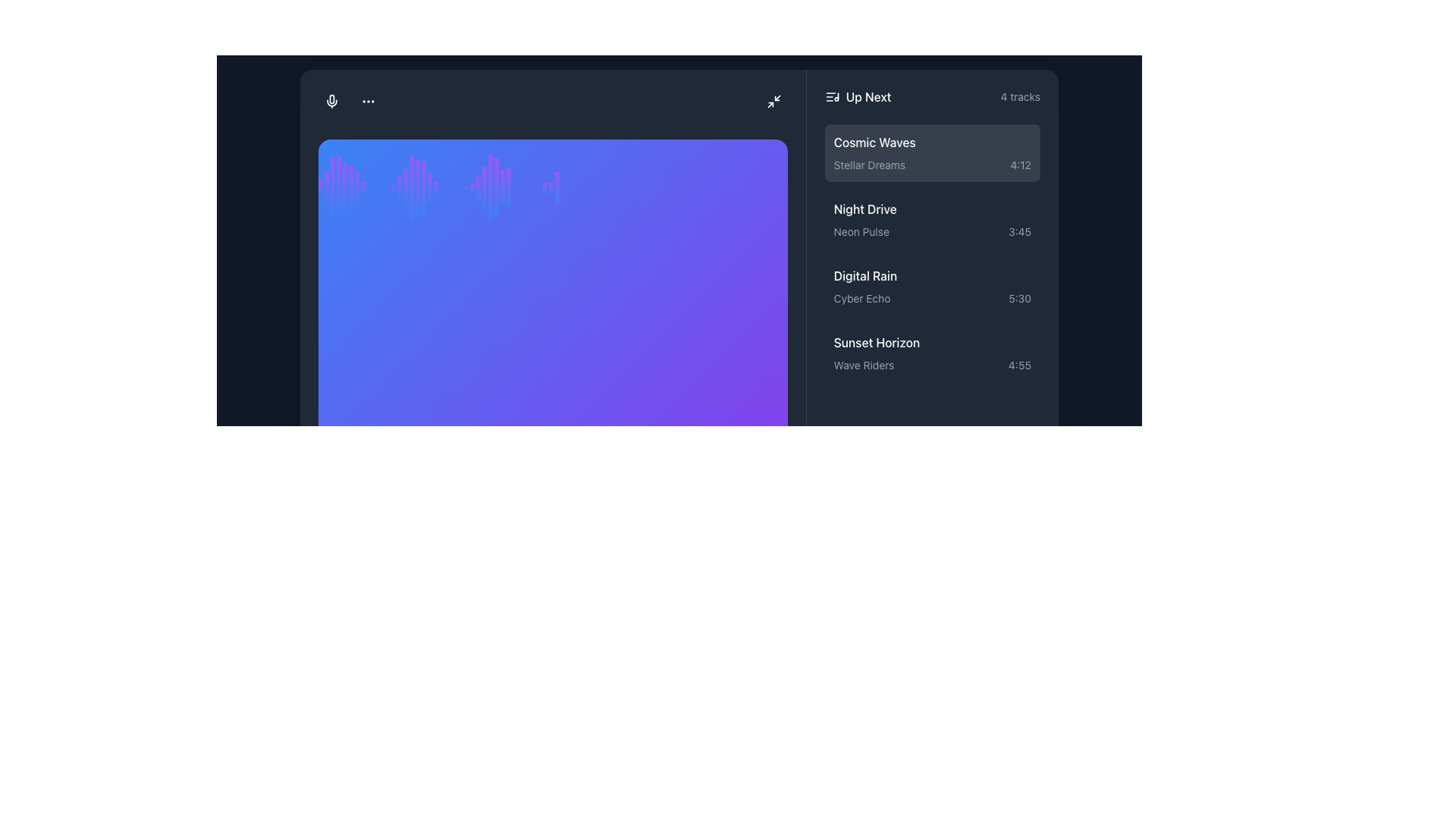 The image size is (1456, 819). Describe the element at coordinates (858, 96) in the screenshot. I see `heading or label text that indicates the purpose of the list of upcoming tracks or playlist, located in the upper-right area of the interface, immediately left of the '4 tracks' label` at that location.